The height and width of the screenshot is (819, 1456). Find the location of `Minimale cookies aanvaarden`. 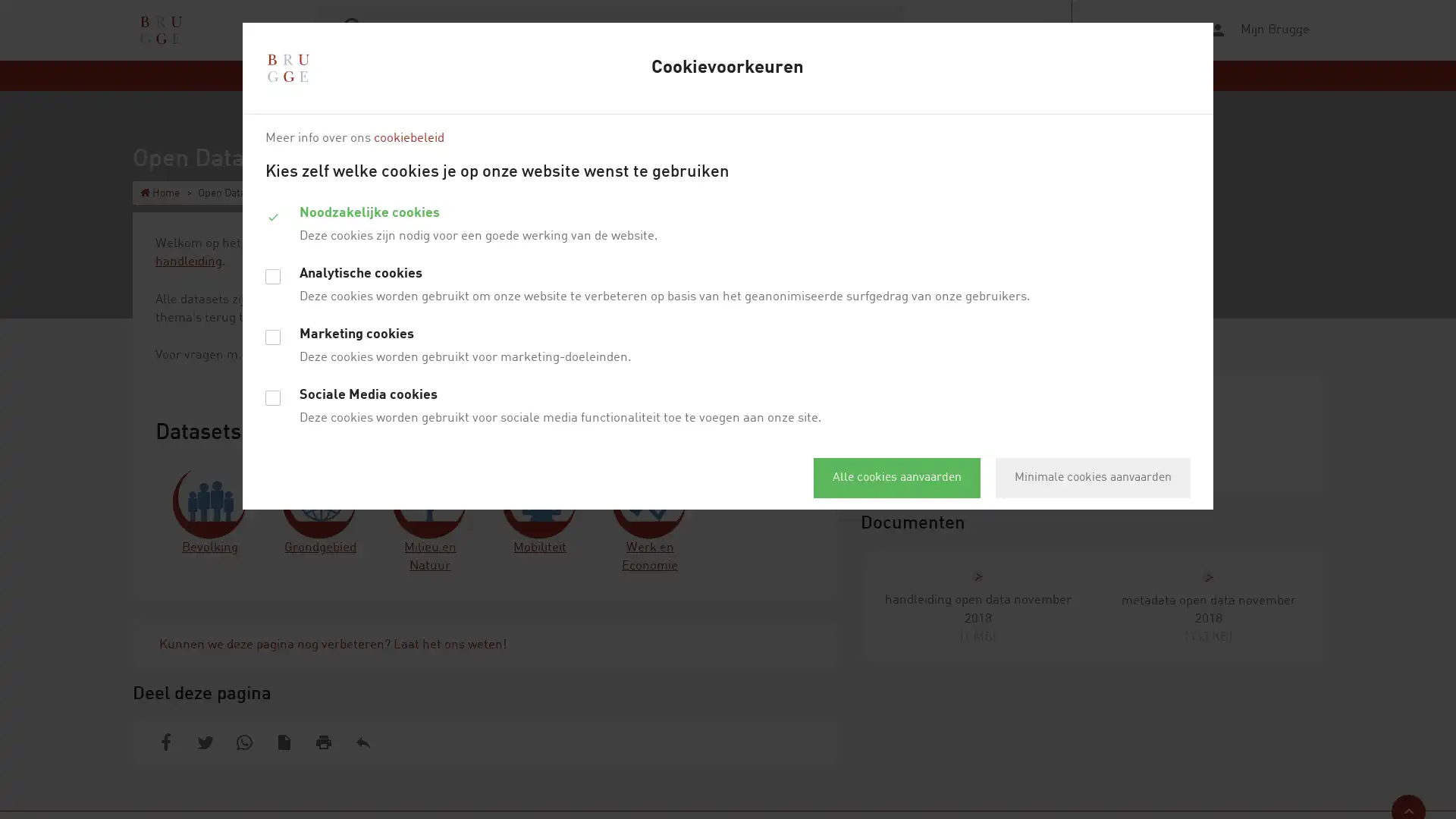

Minimale cookies aanvaarden is located at coordinates (1092, 478).